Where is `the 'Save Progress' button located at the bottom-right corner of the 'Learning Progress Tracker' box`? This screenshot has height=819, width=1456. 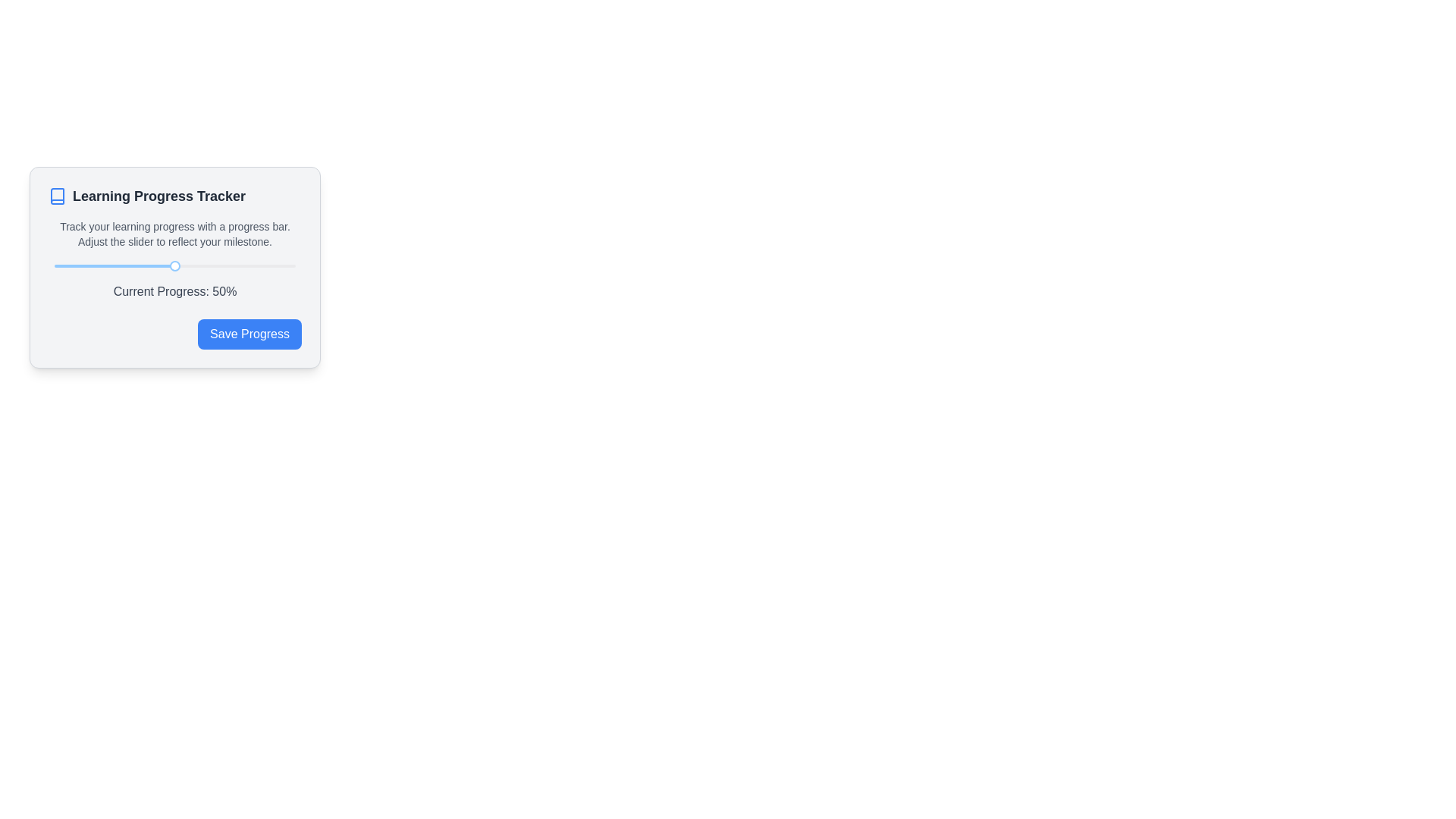 the 'Save Progress' button located at the bottom-right corner of the 'Learning Progress Tracker' box is located at coordinates (249, 333).